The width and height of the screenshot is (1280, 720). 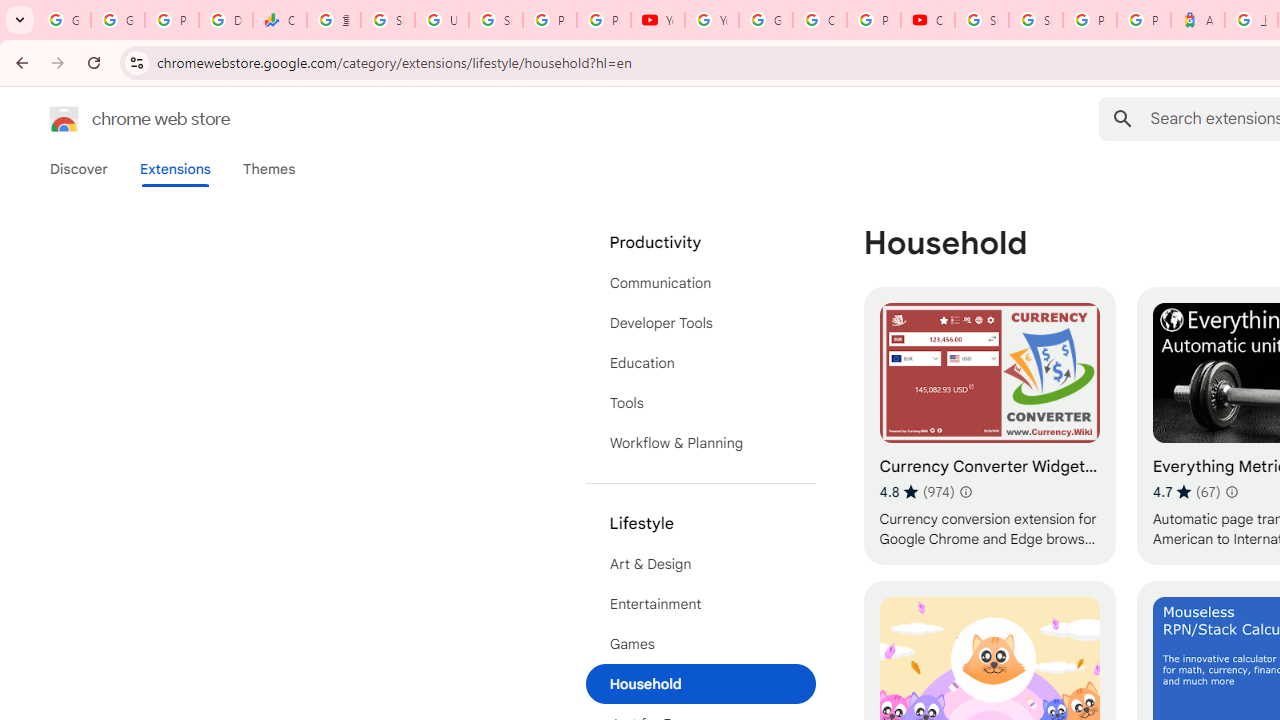 I want to click on 'Google Workspace Admin Community', so click(x=64, y=20).